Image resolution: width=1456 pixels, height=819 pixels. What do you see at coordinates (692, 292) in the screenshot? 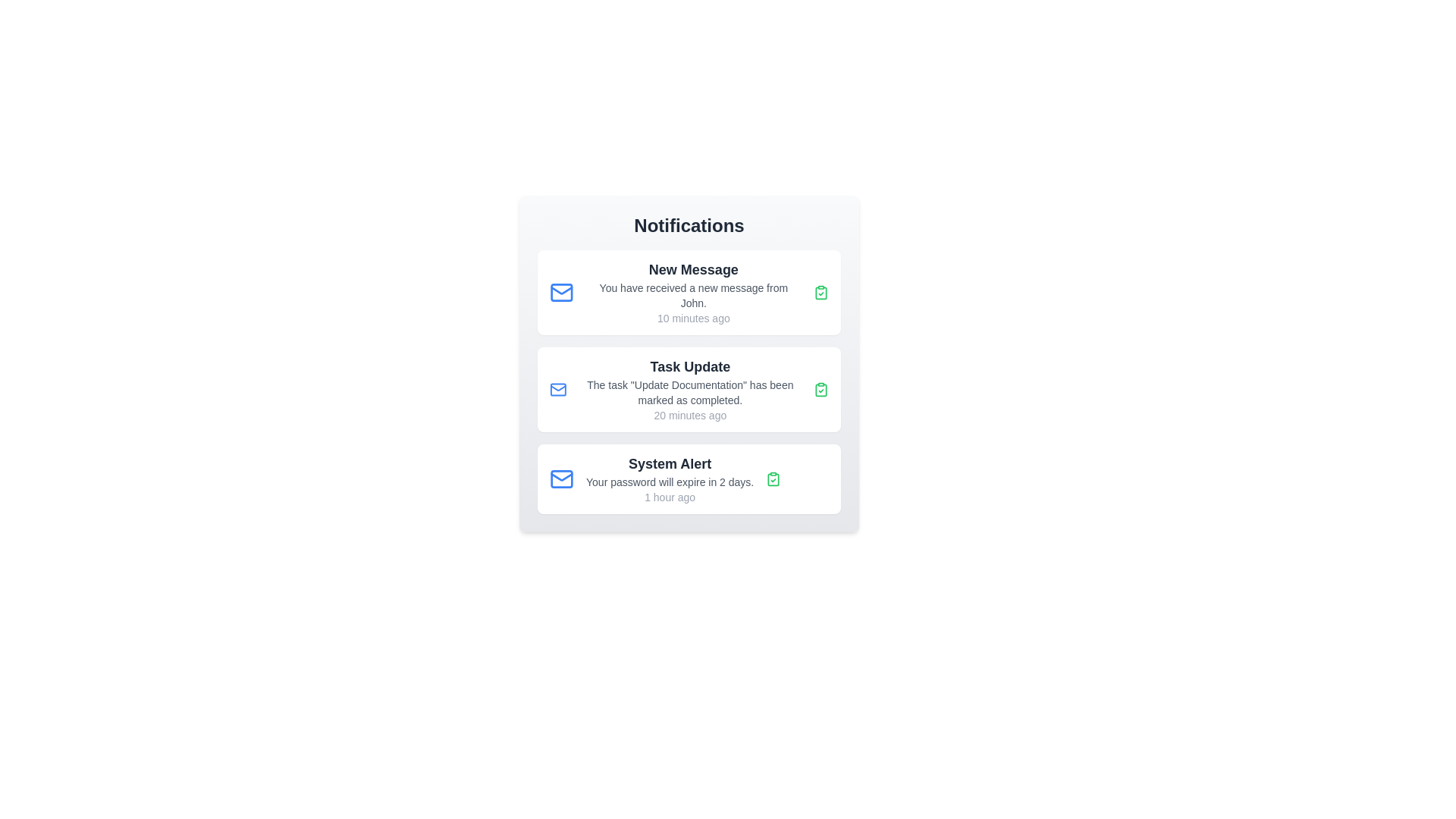
I see `the notification text to select it` at bounding box center [692, 292].